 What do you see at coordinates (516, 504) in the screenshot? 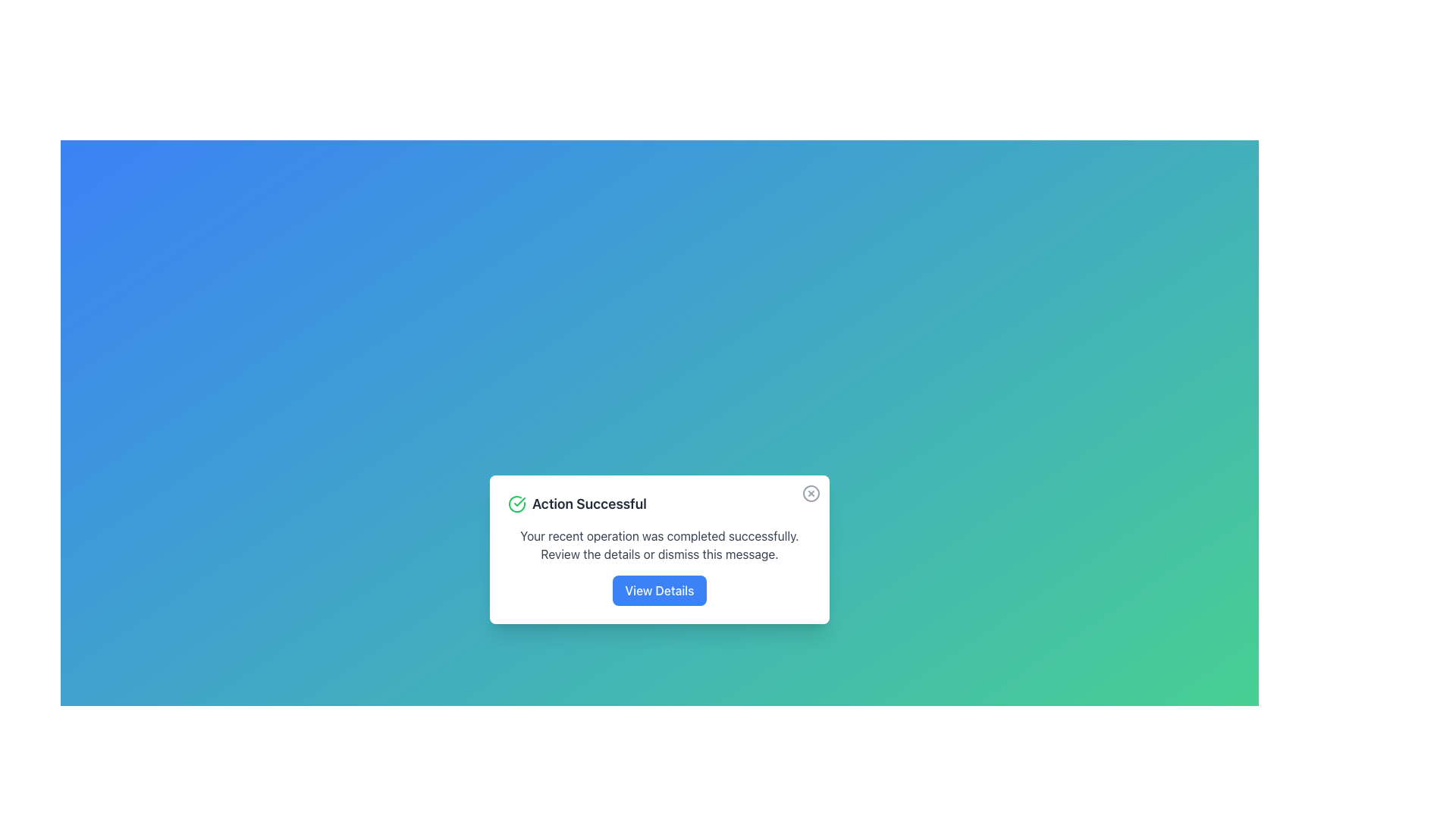
I see `the success indicator icon located to the left of the 'Action Successful' text in the notification box` at bounding box center [516, 504].